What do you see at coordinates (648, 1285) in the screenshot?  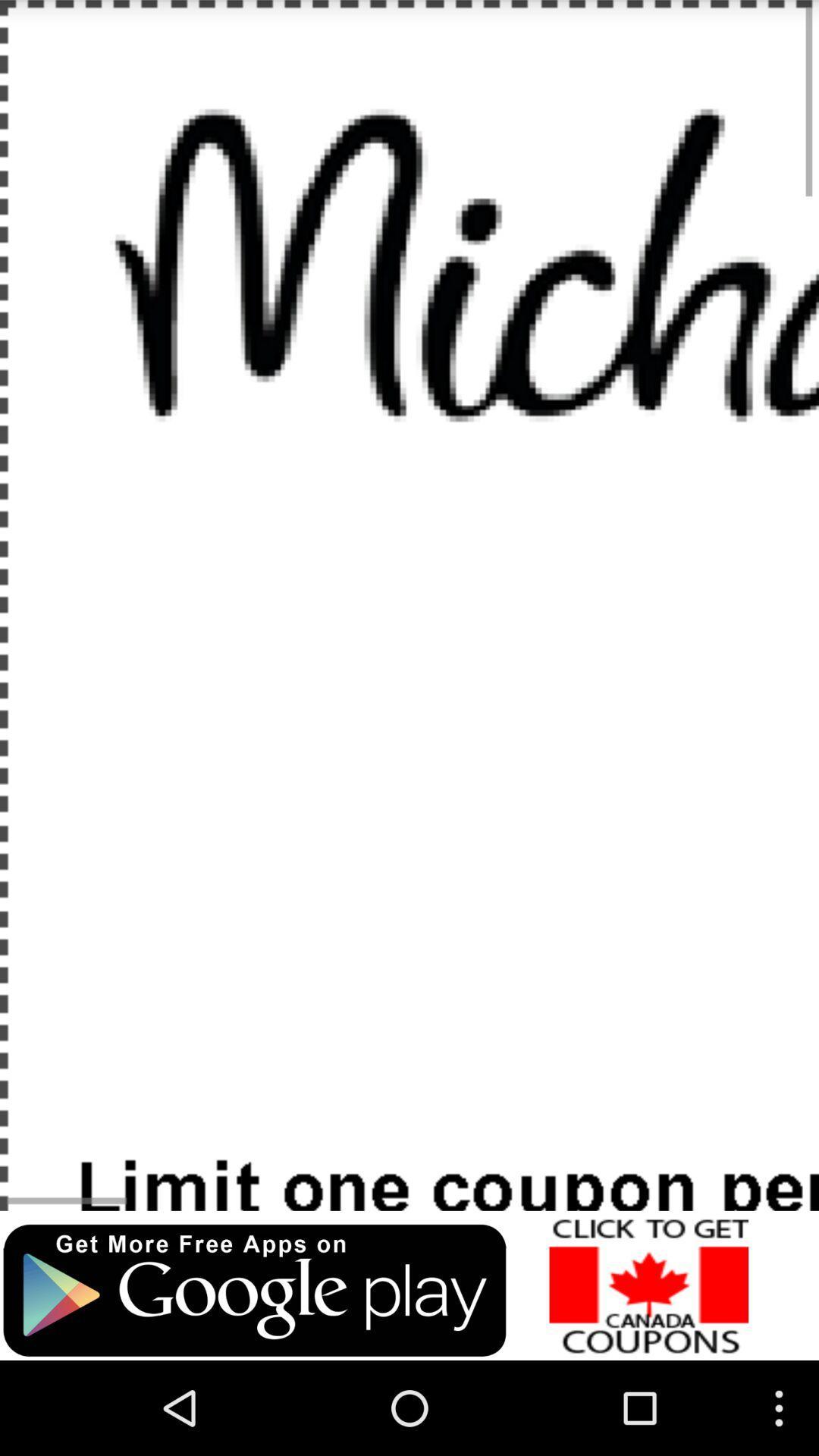 I see `advertisement` at bounding box center [648, 1285].